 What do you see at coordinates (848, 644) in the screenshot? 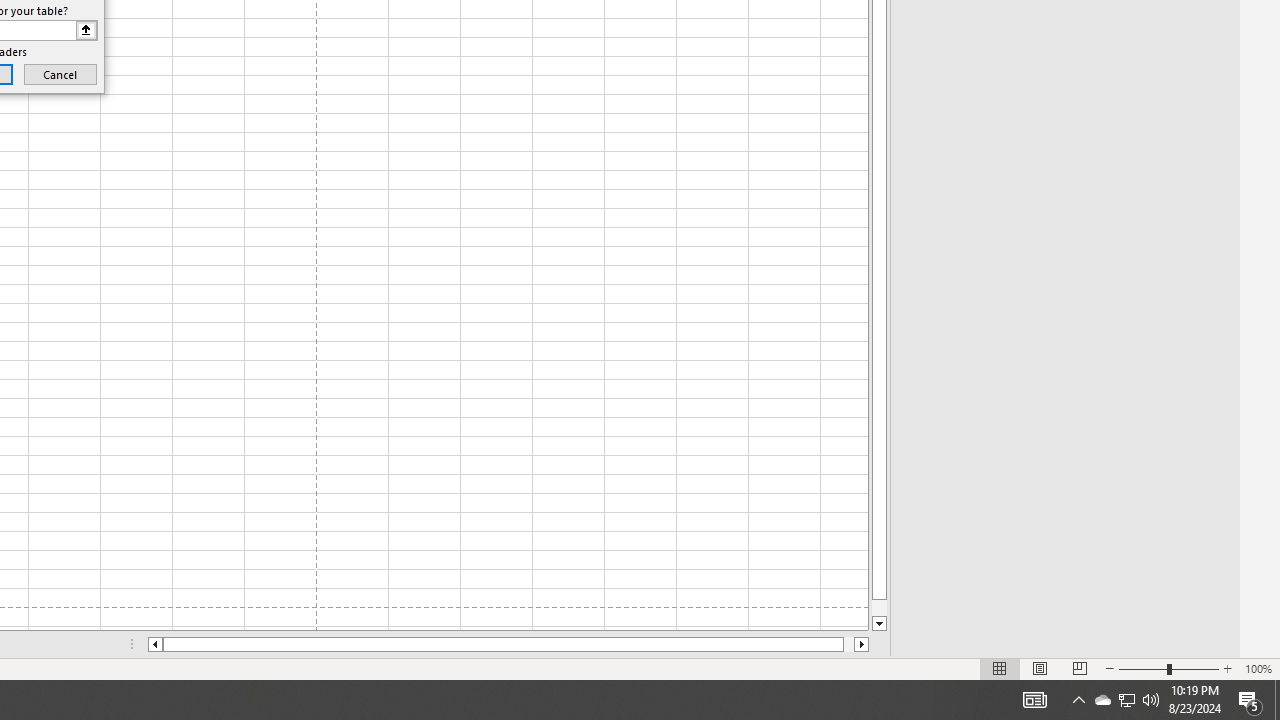
I see `'Page right'` at bounding box center [848, 644].